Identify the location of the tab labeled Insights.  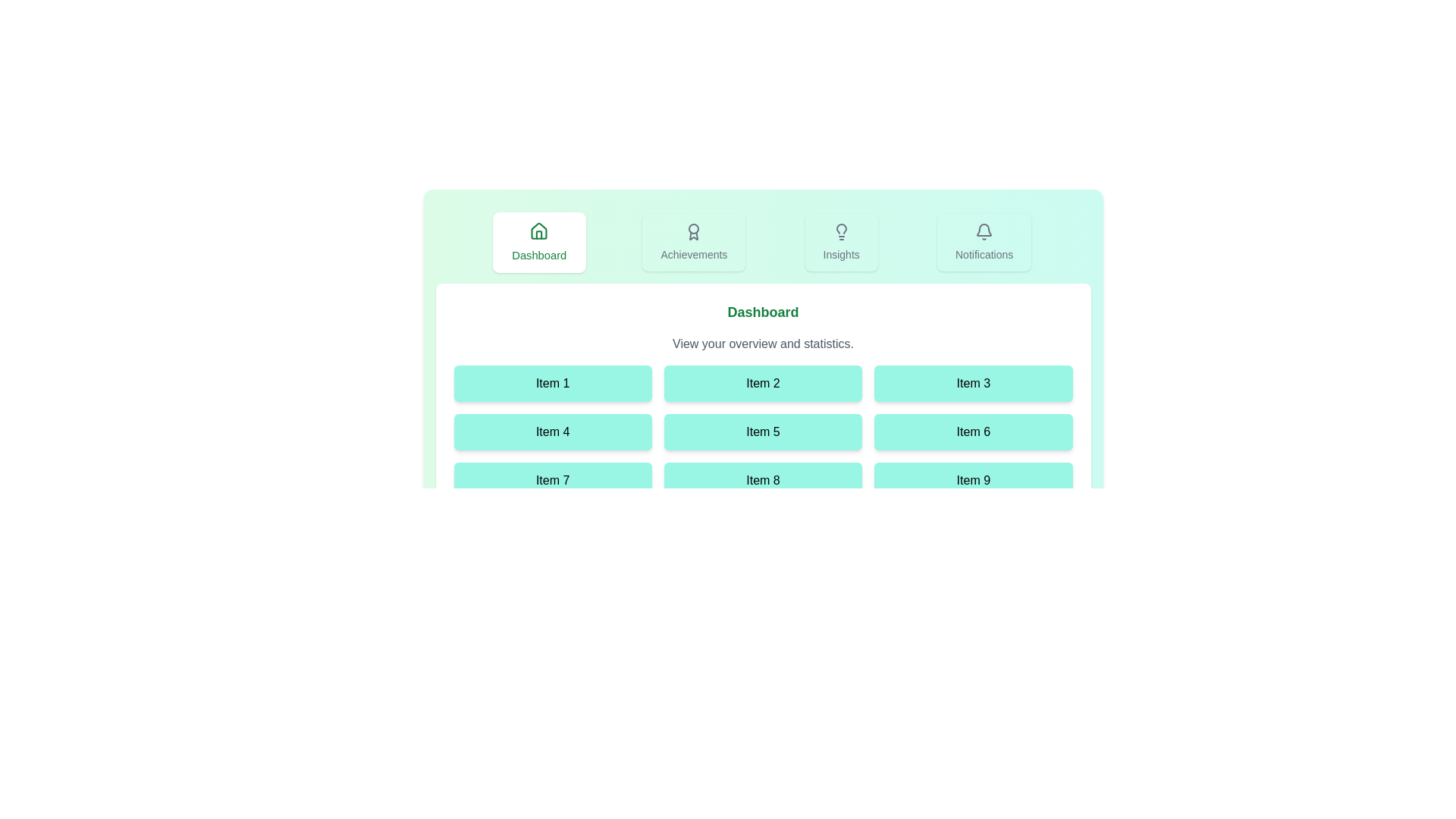
(840, 242).